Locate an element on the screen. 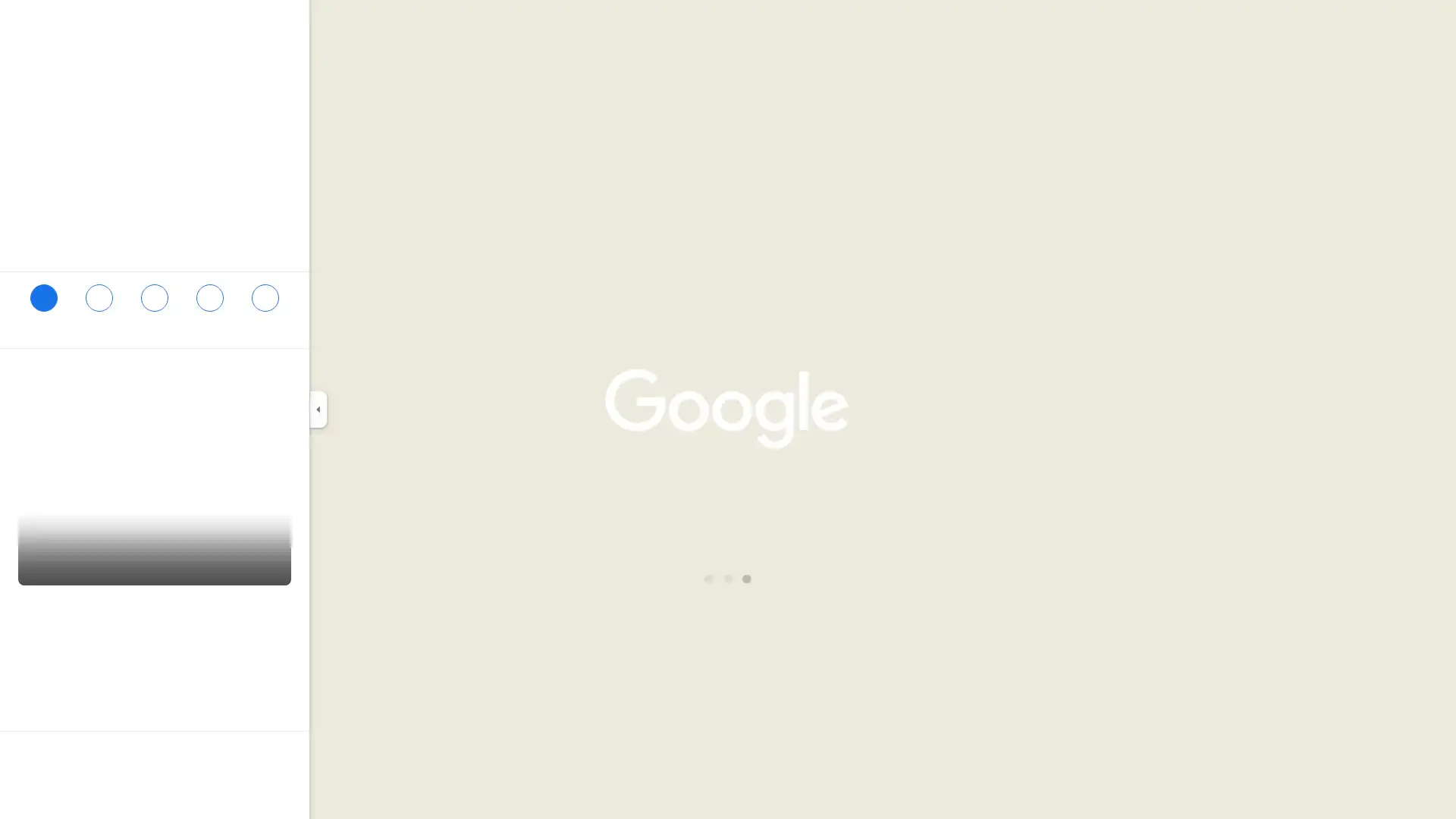 The image size is (1456, 819). Street View is located at coordinates (155, 539).